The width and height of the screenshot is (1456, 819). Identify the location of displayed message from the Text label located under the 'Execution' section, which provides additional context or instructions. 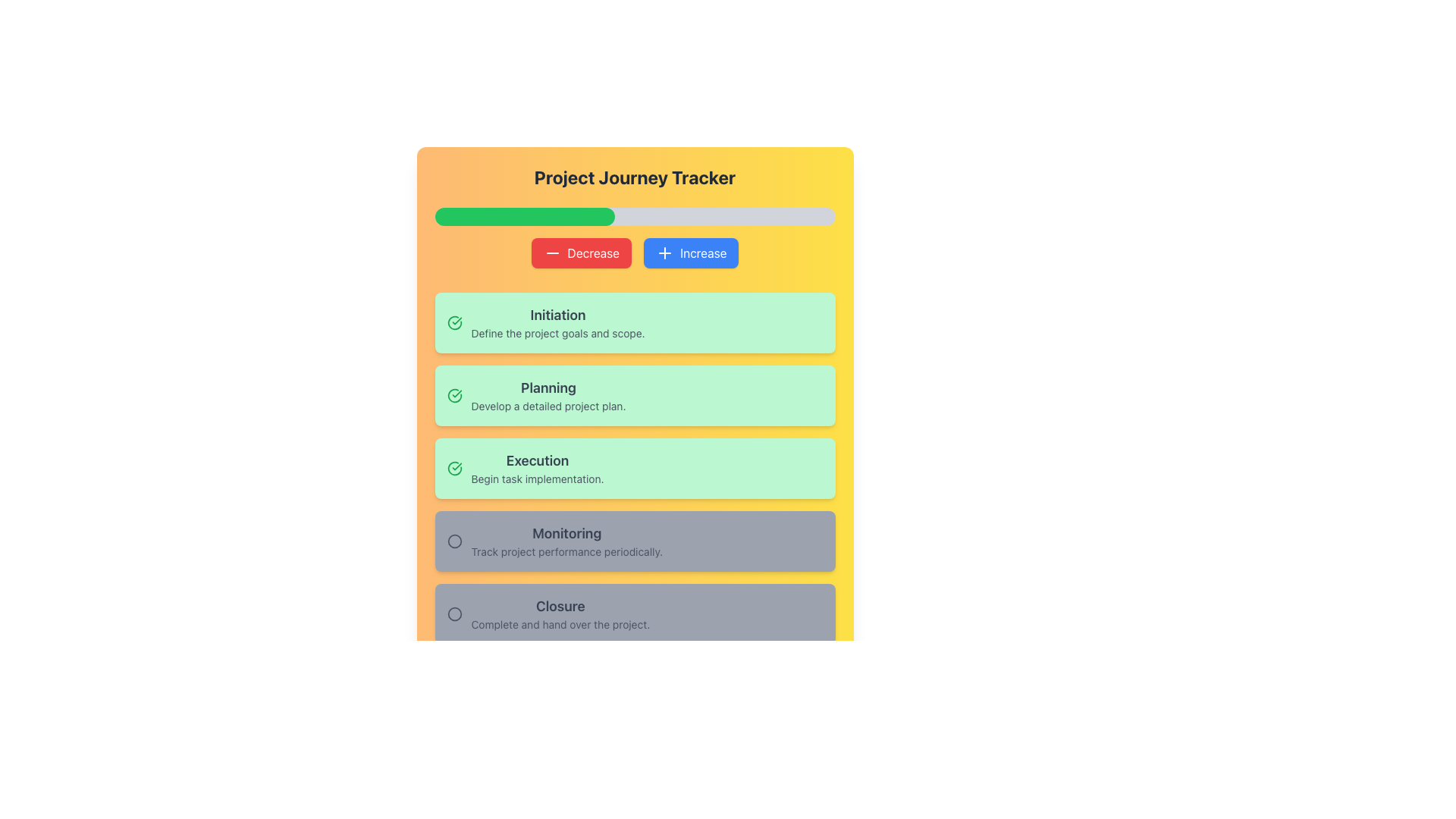
(538, 479).